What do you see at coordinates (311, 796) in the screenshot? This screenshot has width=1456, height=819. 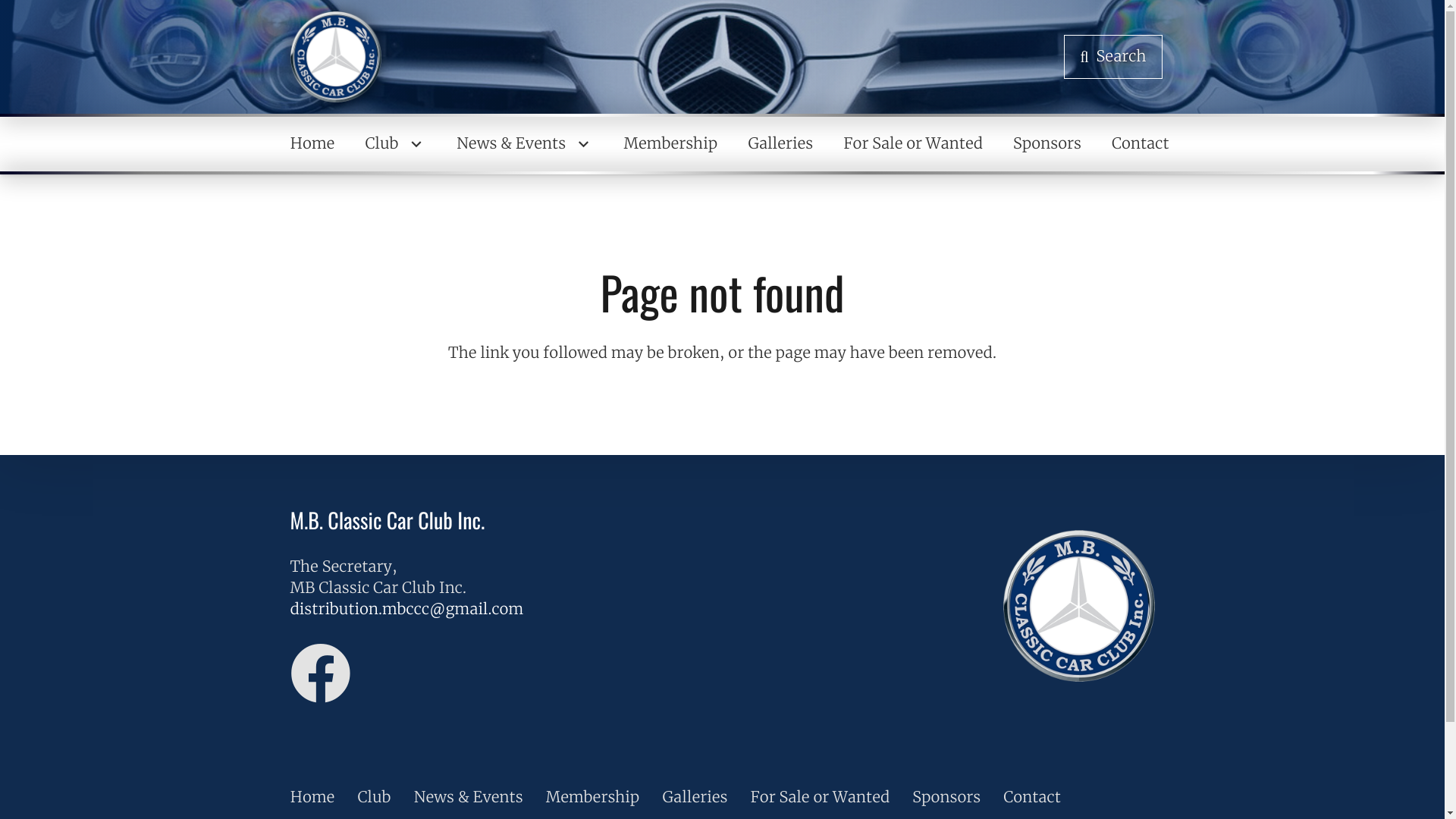 I see `'Home'` at bounding box center [311, 796].